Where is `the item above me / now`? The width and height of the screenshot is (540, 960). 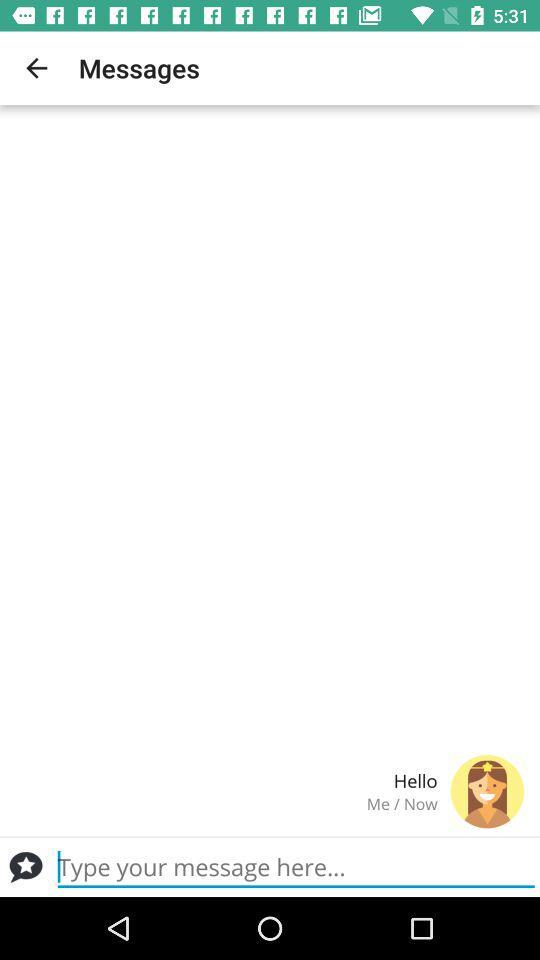
the item above me / now is located at coordinates (225, 779).